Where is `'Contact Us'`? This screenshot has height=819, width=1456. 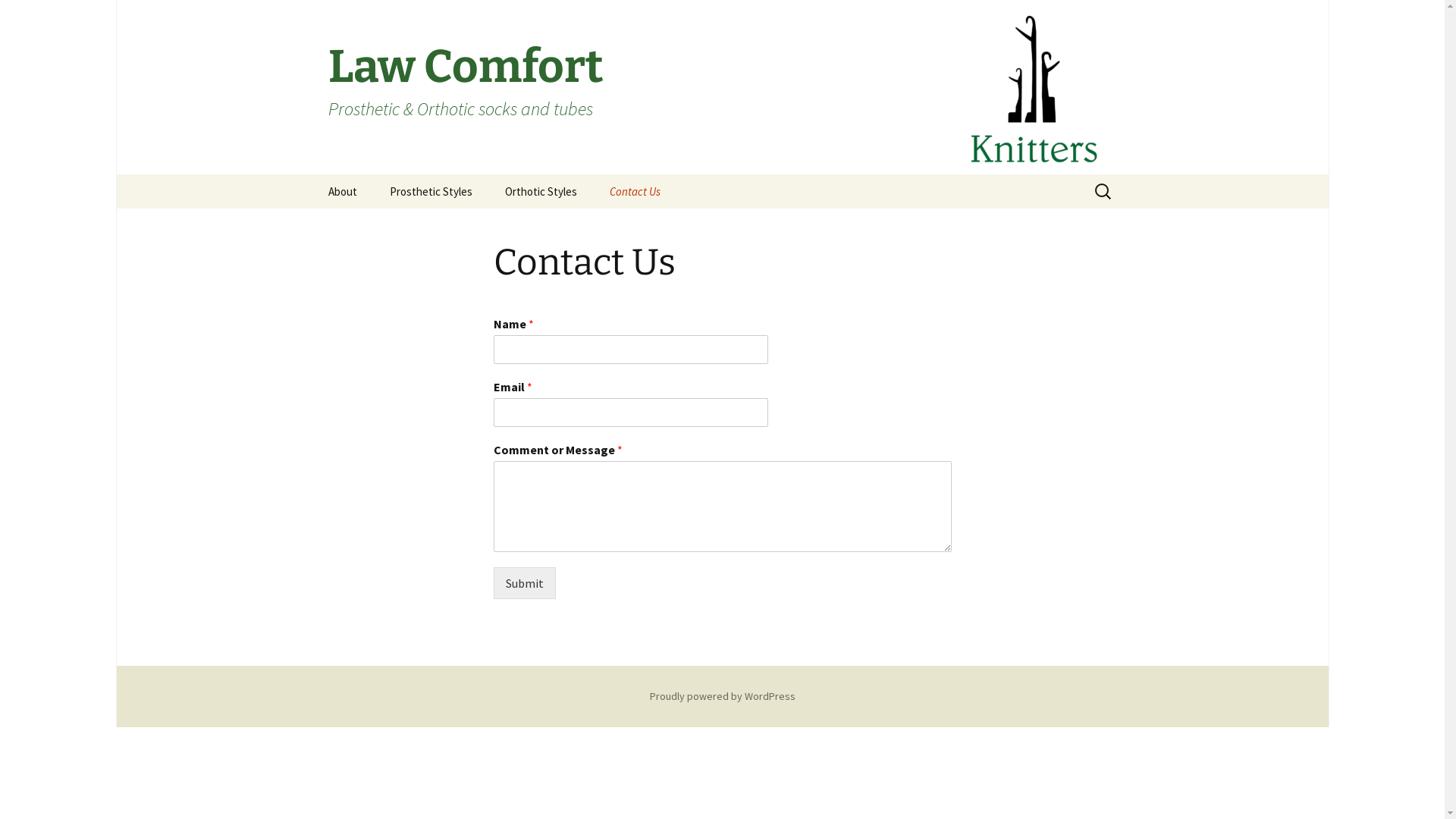
'Contact Us' is located at coordinates (635, 190).